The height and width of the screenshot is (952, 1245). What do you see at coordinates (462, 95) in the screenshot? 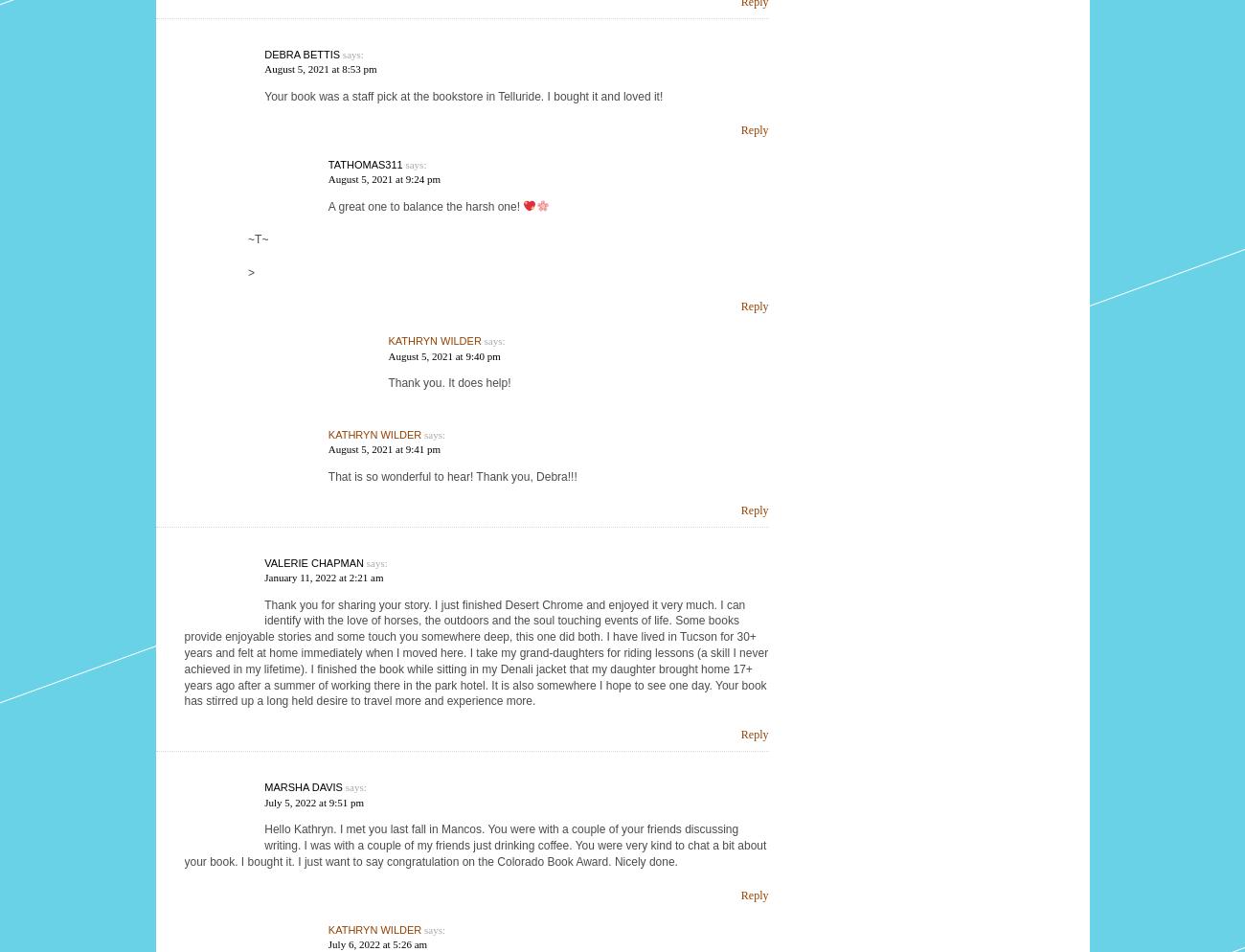
I see `'Your book was a staff pick at the bookstore in Telluride. I bought it and loved it!'` at bounding box center [462, 95].